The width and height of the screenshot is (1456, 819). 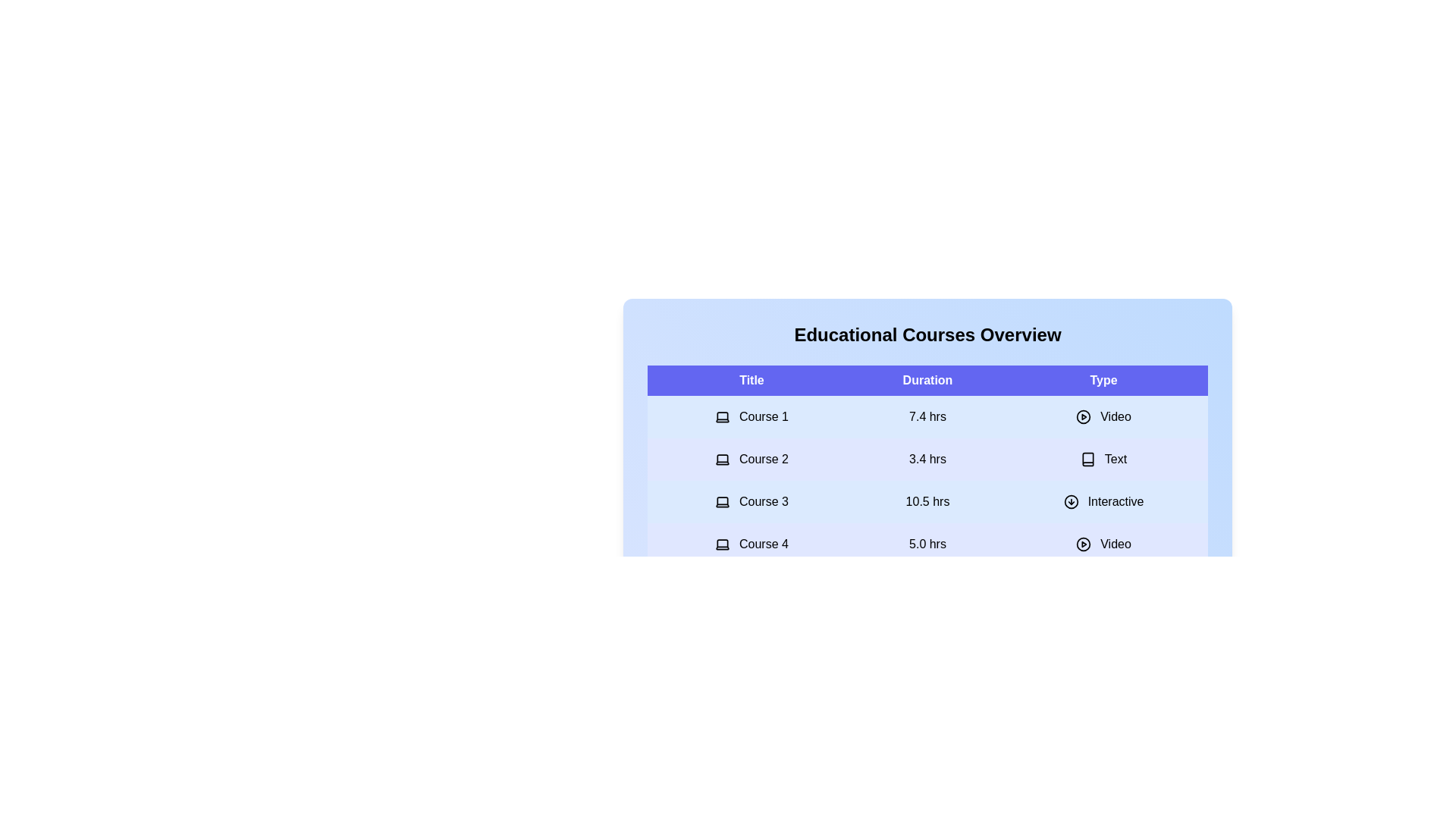 I want to click on the type icon for the course with title 'Course 3', so click(x=1070, y=502).